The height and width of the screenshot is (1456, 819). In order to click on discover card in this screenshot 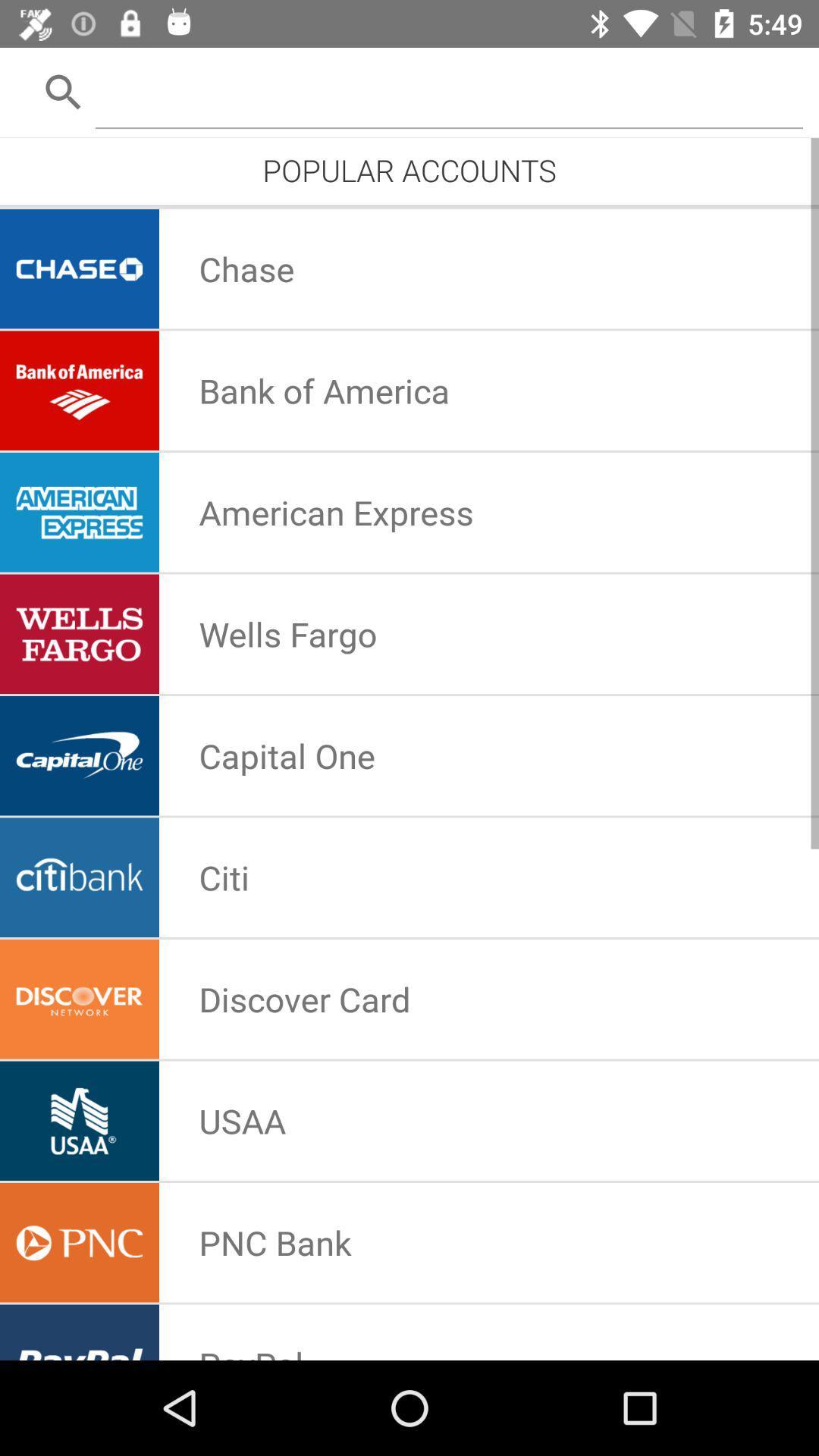, I will do `click(304, 999)`.